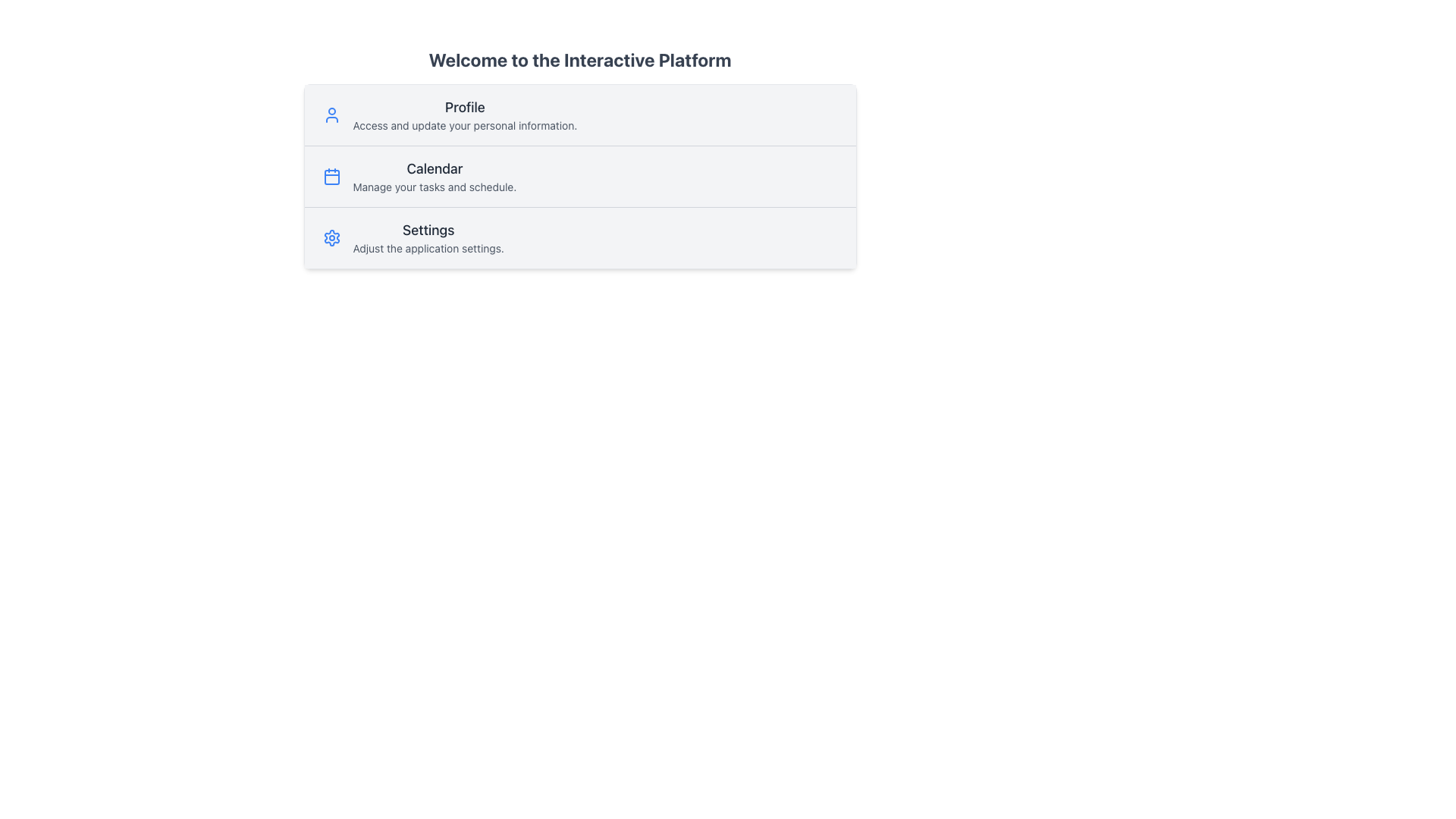 This screenshot has height=819, width=1456. I want to click on the 'Calendar' text block element for navigation purposes, so click(434, 175).